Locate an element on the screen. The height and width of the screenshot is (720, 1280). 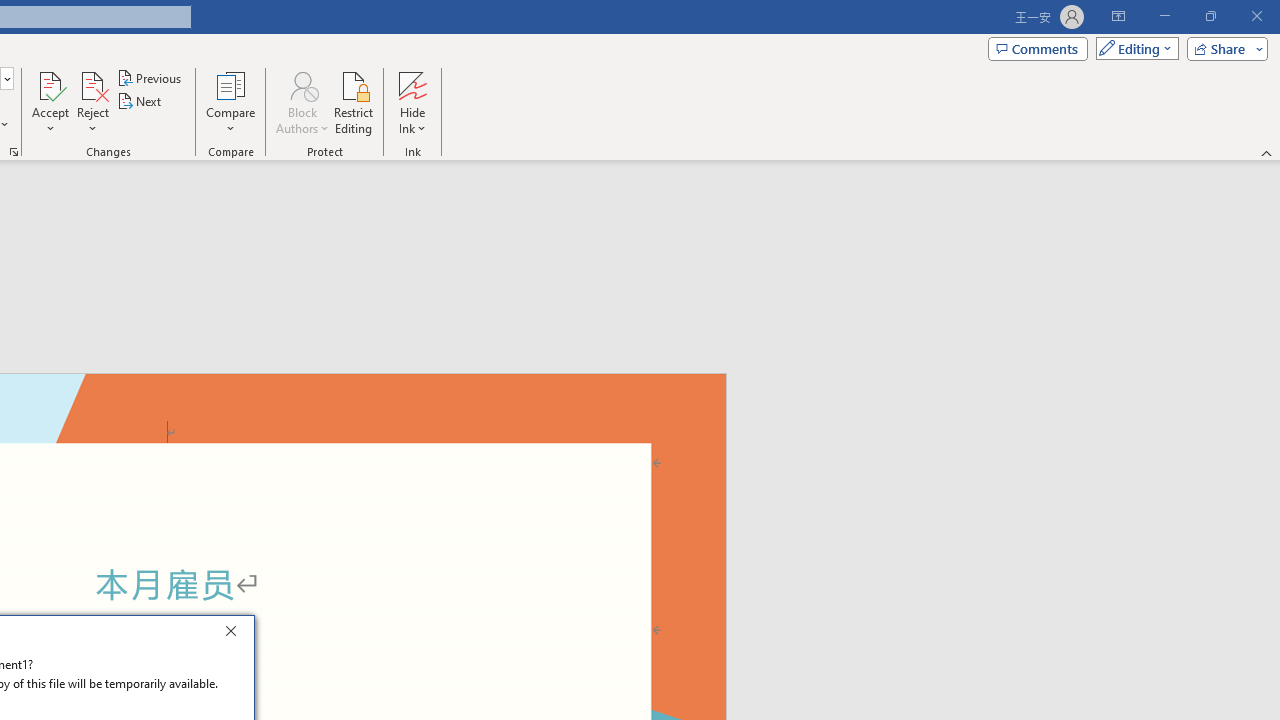
'Change Tracking Options...' is located at coordinates (14, 150).